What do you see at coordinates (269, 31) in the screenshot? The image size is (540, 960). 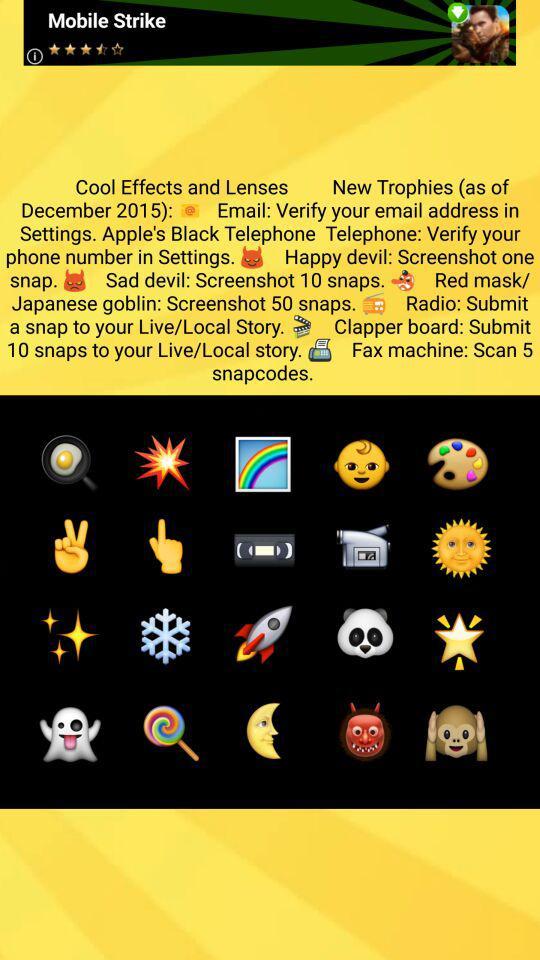 I see `clickable advertisement` at bounding box center [269, 31].